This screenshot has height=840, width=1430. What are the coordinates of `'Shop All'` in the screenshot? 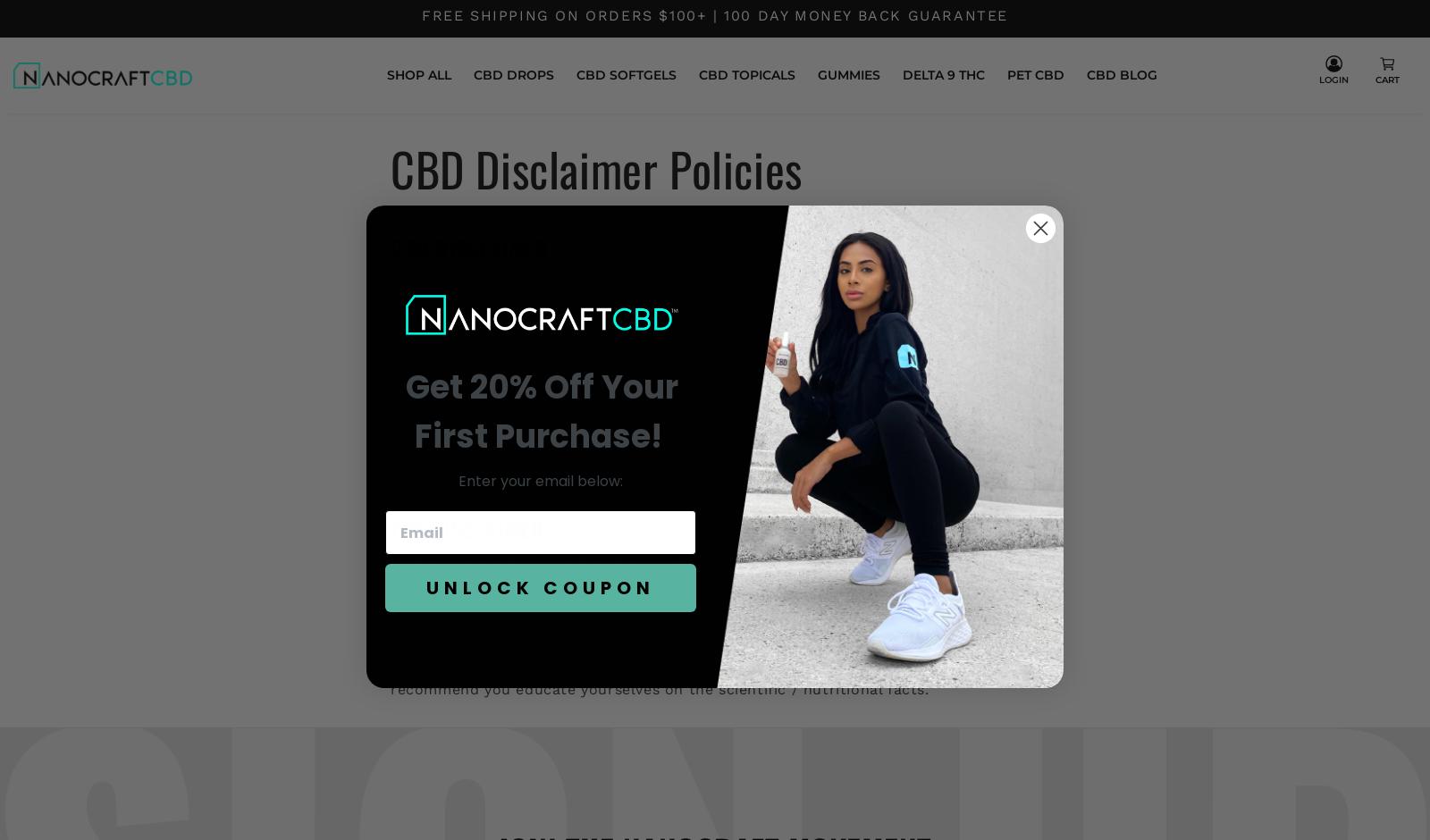 It's located at (417, 74).